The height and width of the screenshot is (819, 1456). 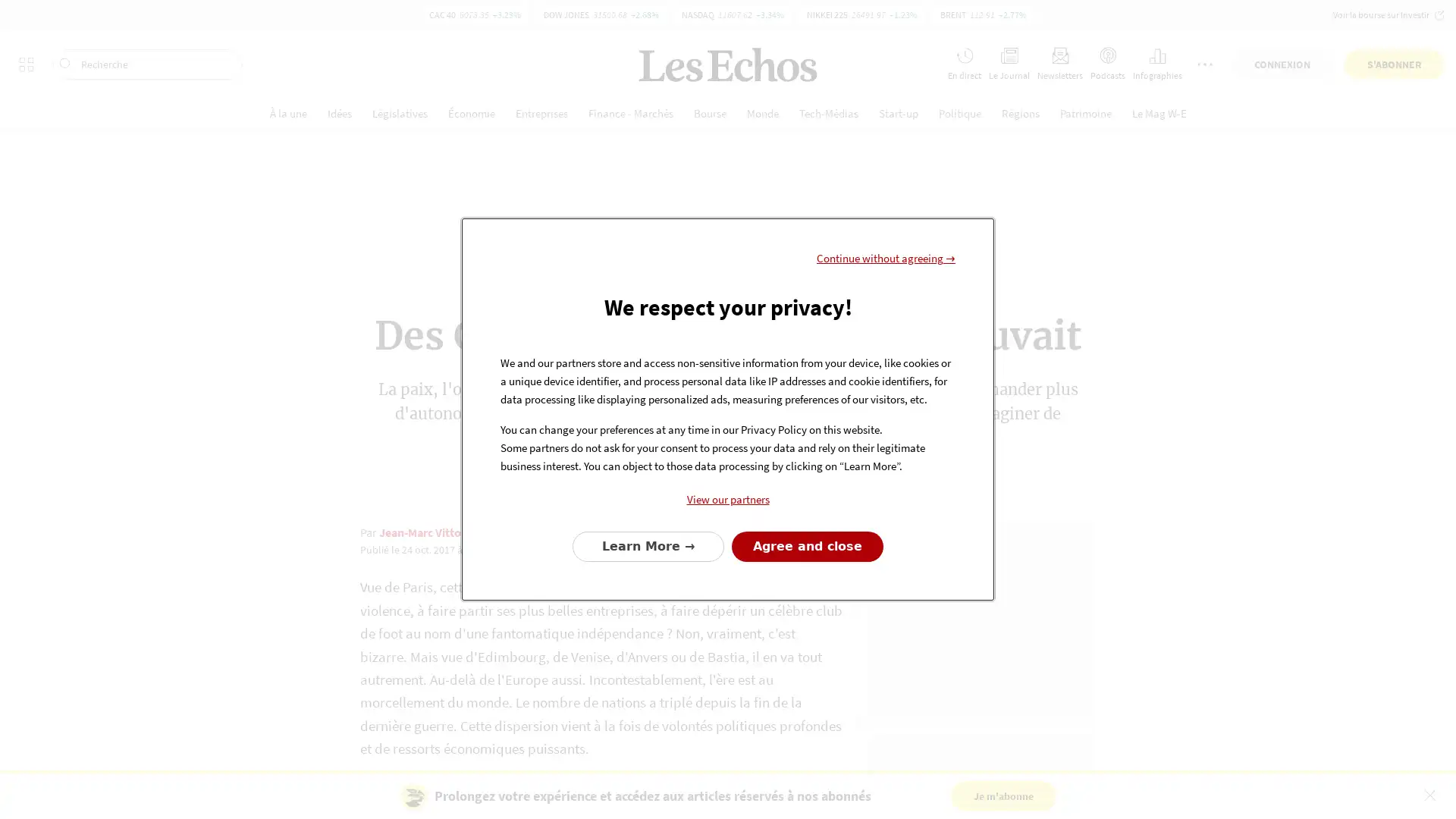 I want to click on Recherche, so click(x=148, y=20).